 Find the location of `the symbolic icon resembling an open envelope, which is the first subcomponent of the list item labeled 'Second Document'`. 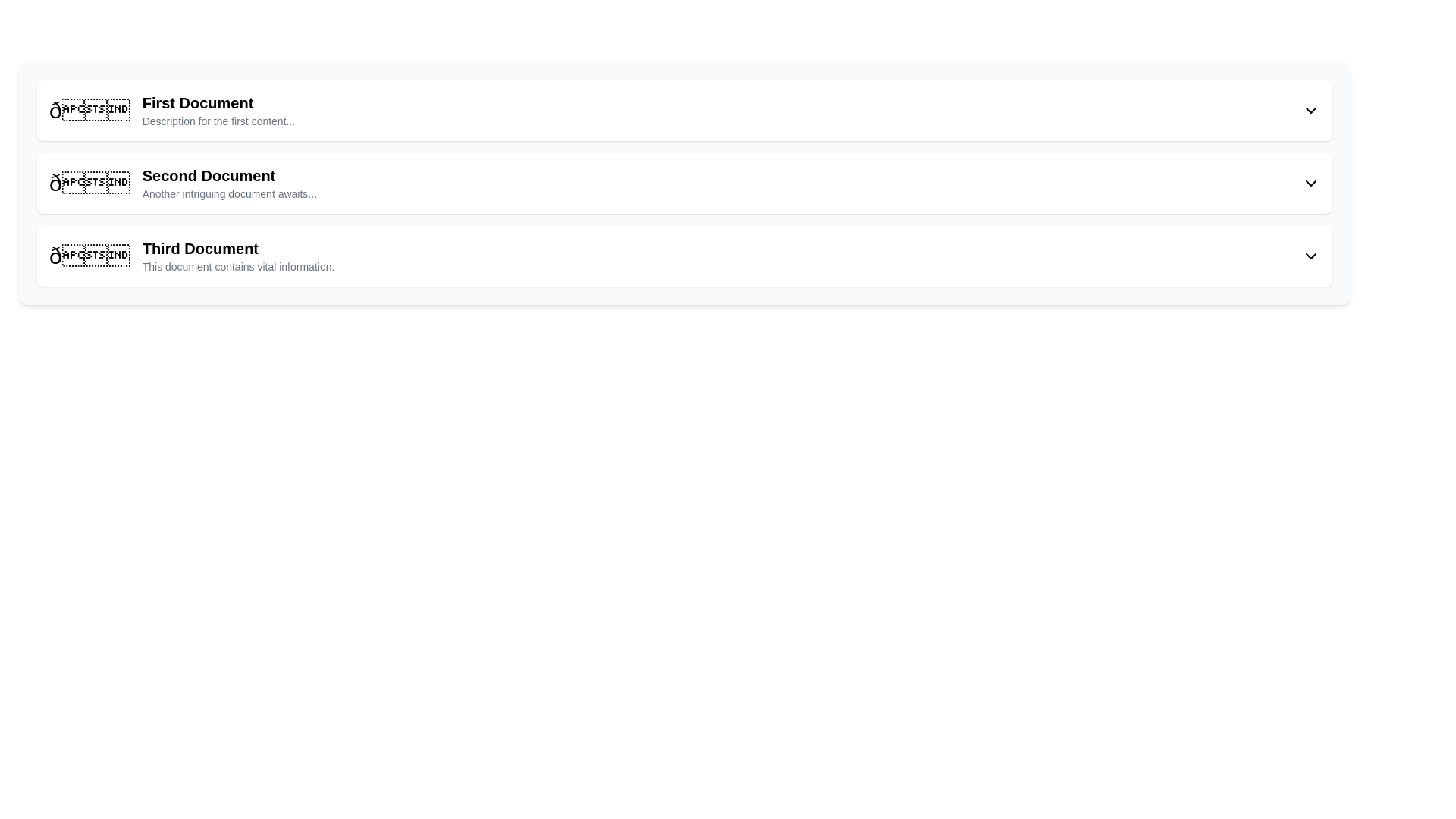

the symbolic icon resembling an open envelope, which is the first subcomponent of the list item labeled 'Second Document' is located at coordinates (89, 183).